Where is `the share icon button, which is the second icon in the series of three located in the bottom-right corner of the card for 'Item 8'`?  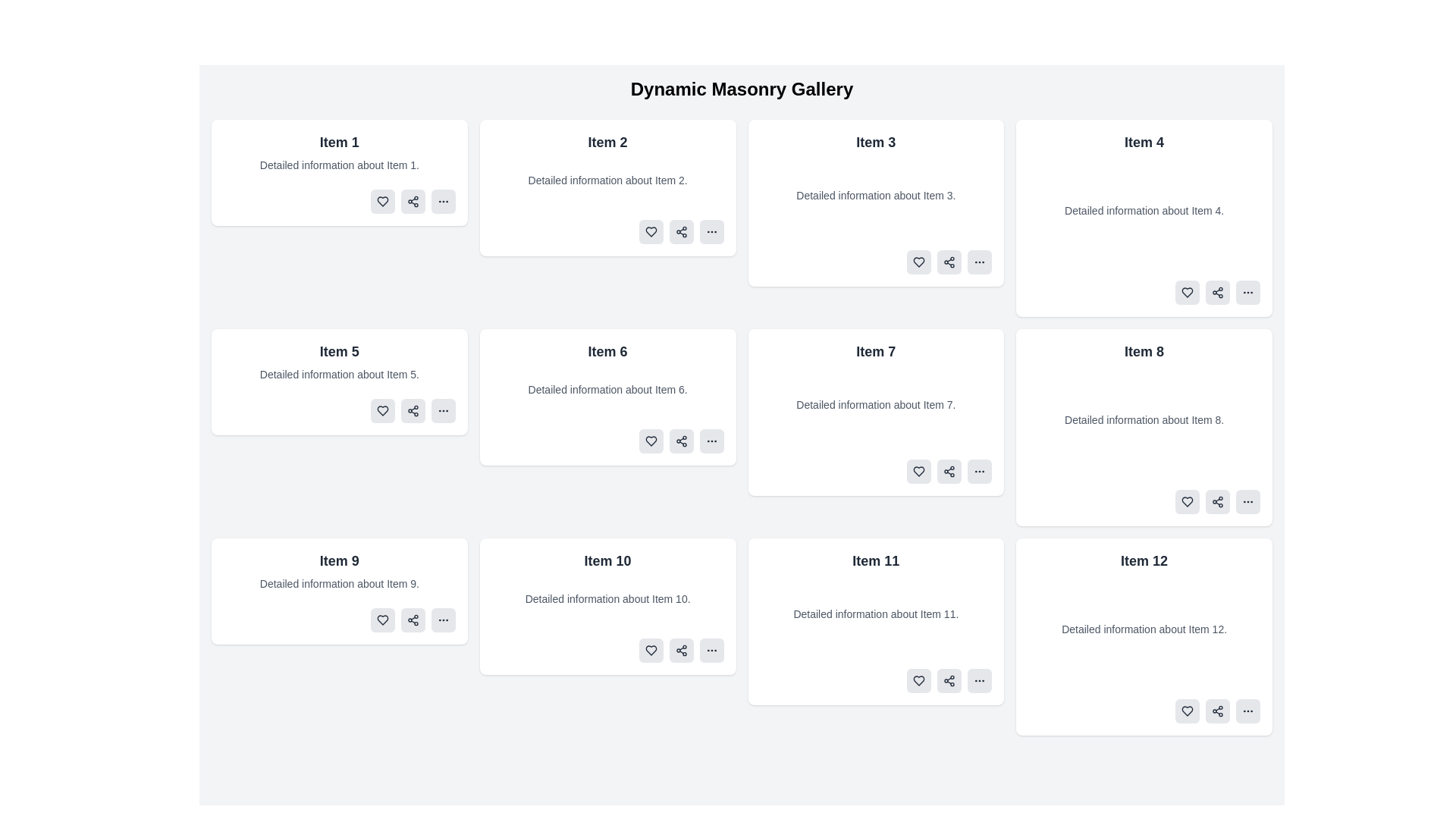 the share icon button, which is the second icon in the series of three located in the bottom-right corner of the card for 'Item 8' is located at coordinates (1218, 502).